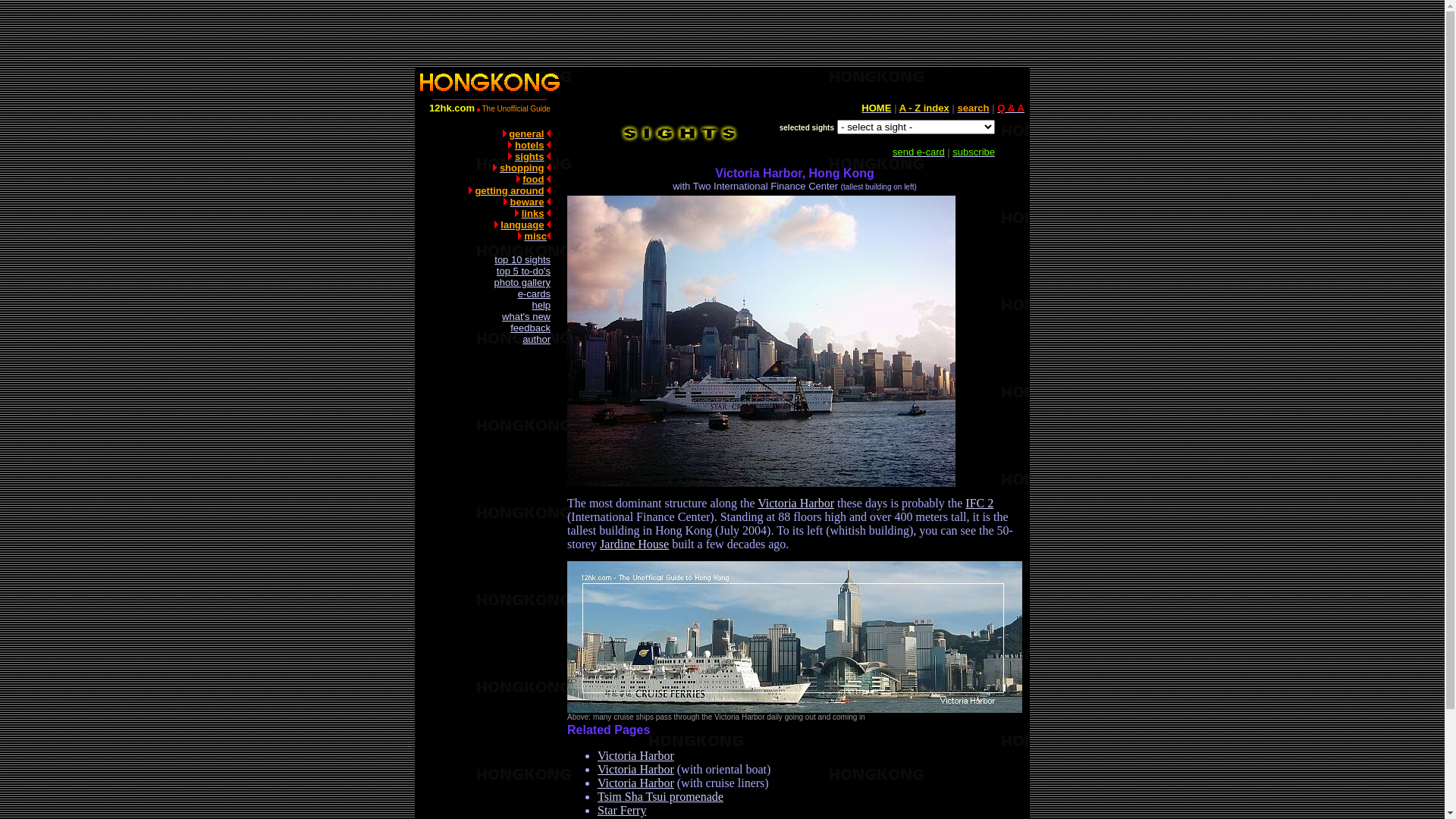 Image resolution: width=1456 pixels, height=819 pixels. Describe the element at coordinates (527, 201) in the screenshot. I see `'beware'` at that location.